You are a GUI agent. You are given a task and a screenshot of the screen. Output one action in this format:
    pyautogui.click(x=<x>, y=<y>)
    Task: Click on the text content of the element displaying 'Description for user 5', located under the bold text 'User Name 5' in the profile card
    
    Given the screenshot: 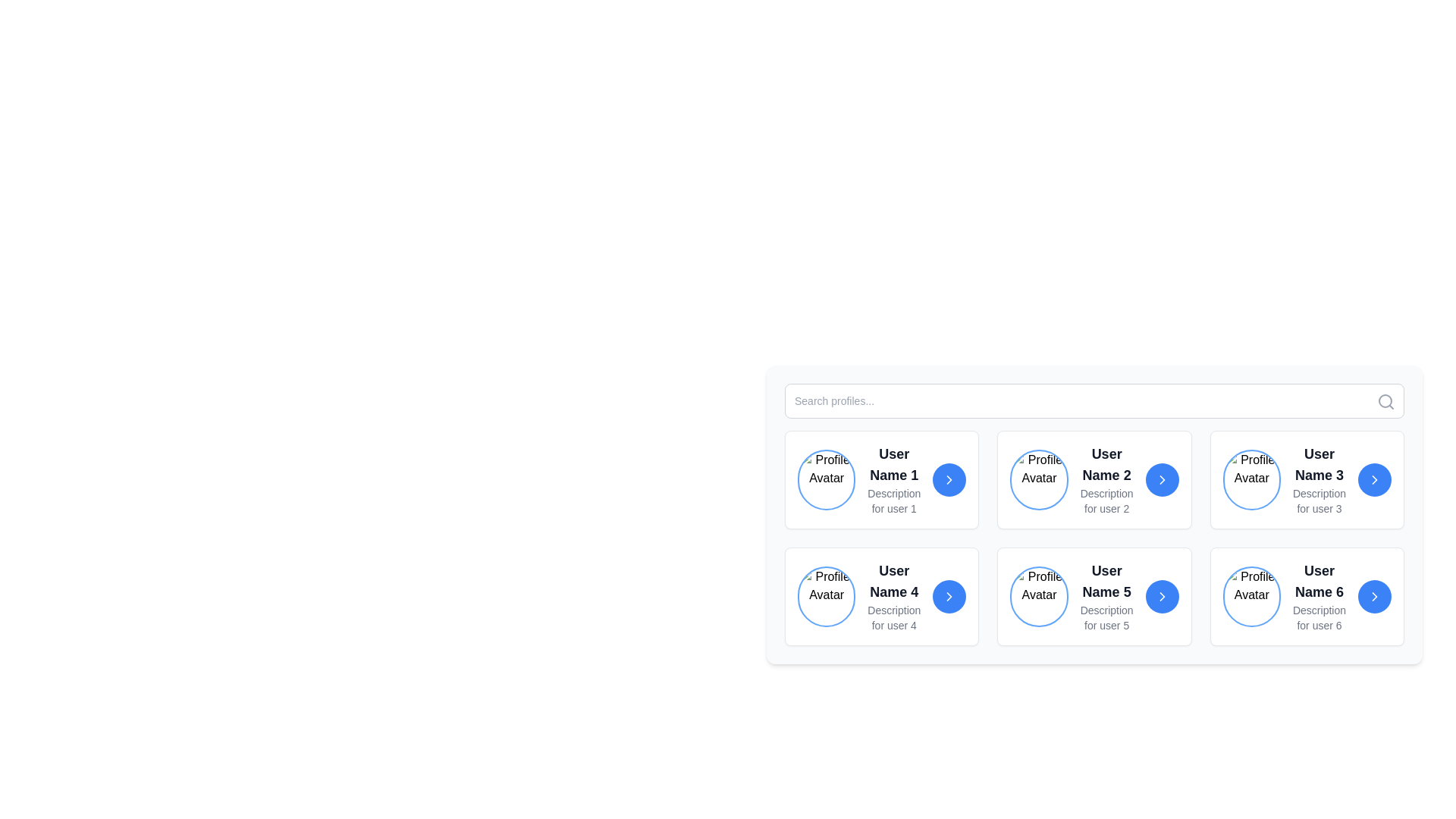 What is the action you would take?
    pyautogui.click(x=1106, y=617)
    